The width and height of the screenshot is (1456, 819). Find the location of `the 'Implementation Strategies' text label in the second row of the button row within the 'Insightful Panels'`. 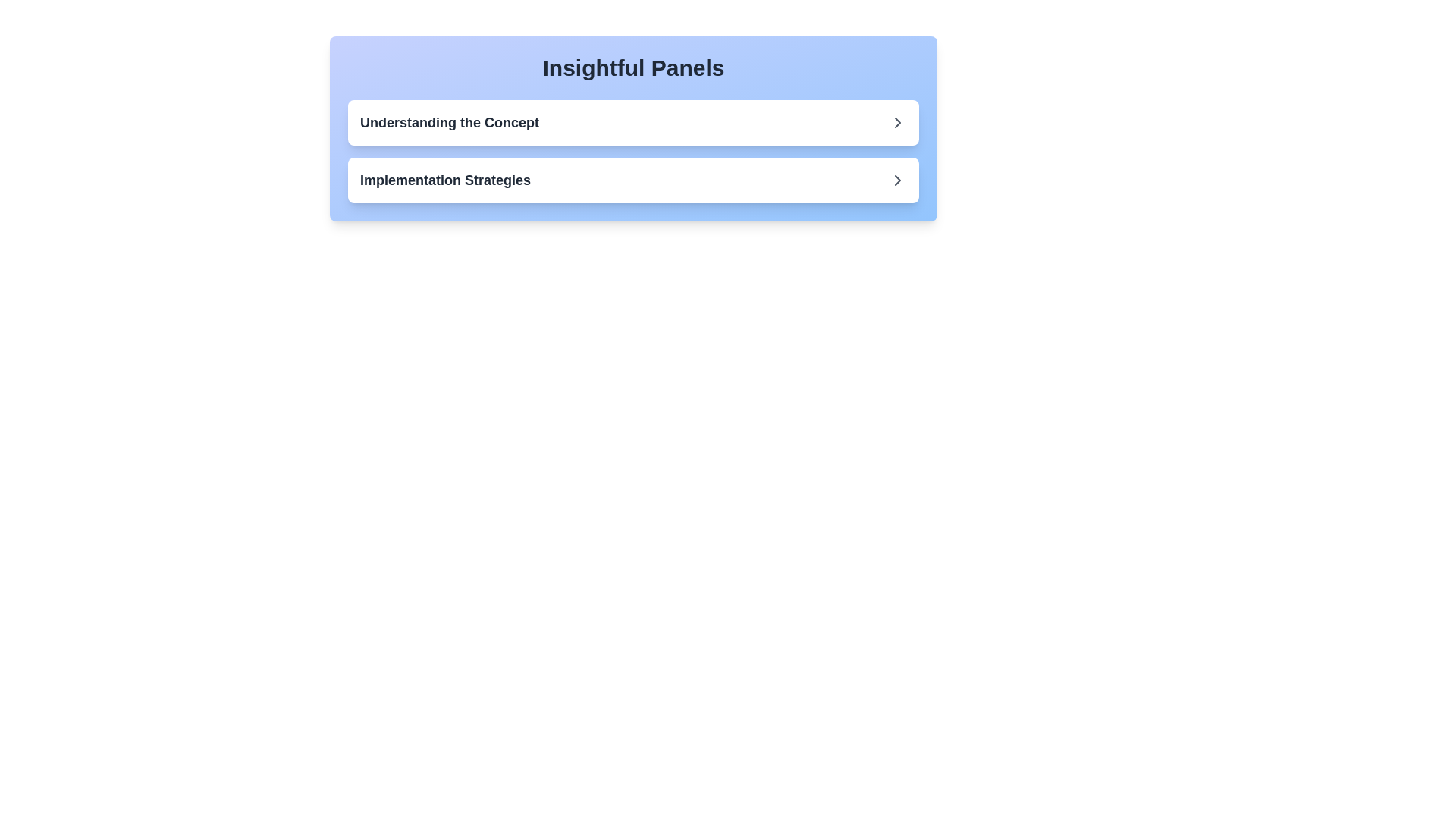

the 'Implementation Strategies' text label in the second row of the button row within the 'Insightful Panels' is located at coordinates (444, 180).